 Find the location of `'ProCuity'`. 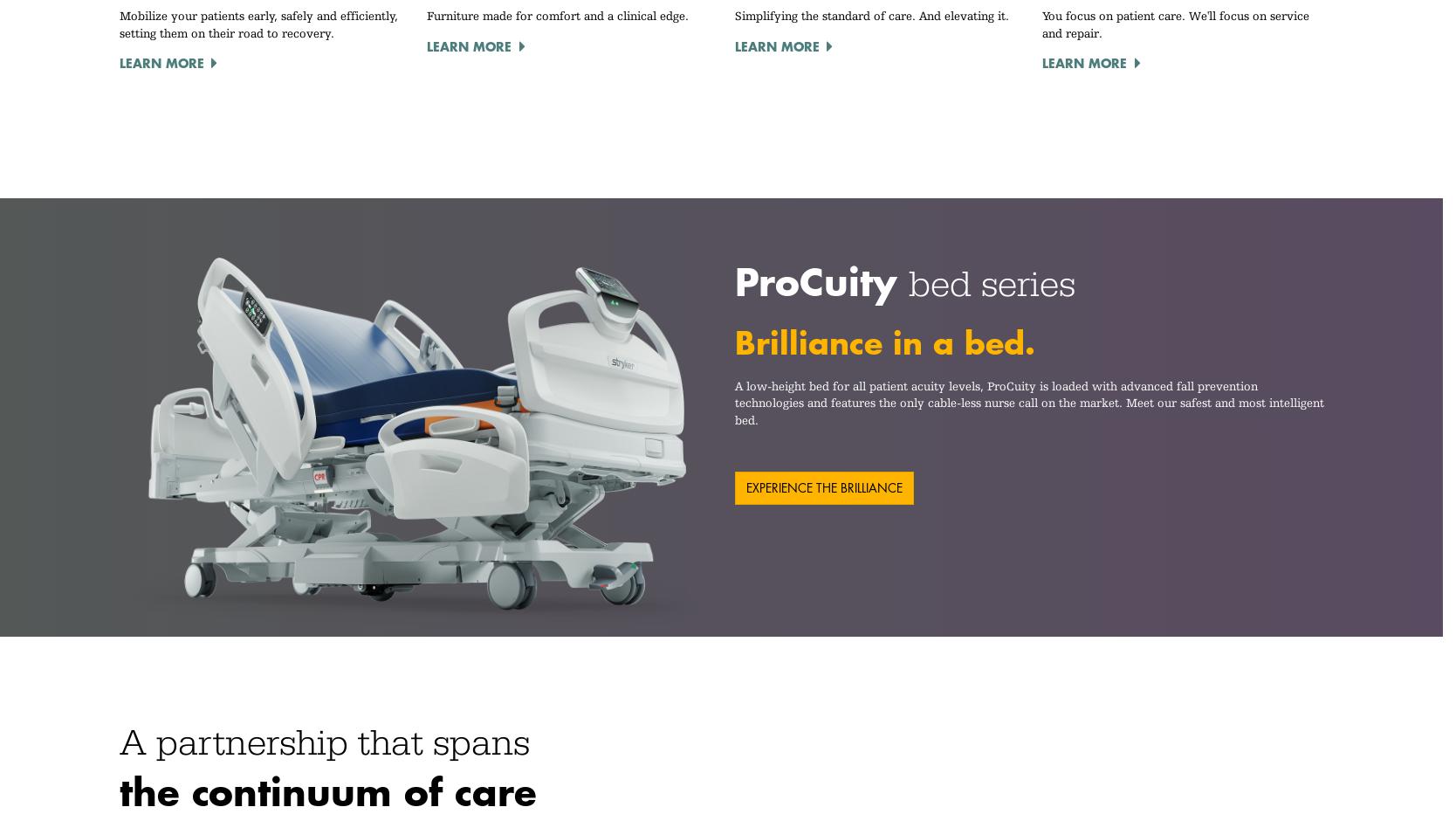

'ProCuity' is located at coordinates (820, 281).